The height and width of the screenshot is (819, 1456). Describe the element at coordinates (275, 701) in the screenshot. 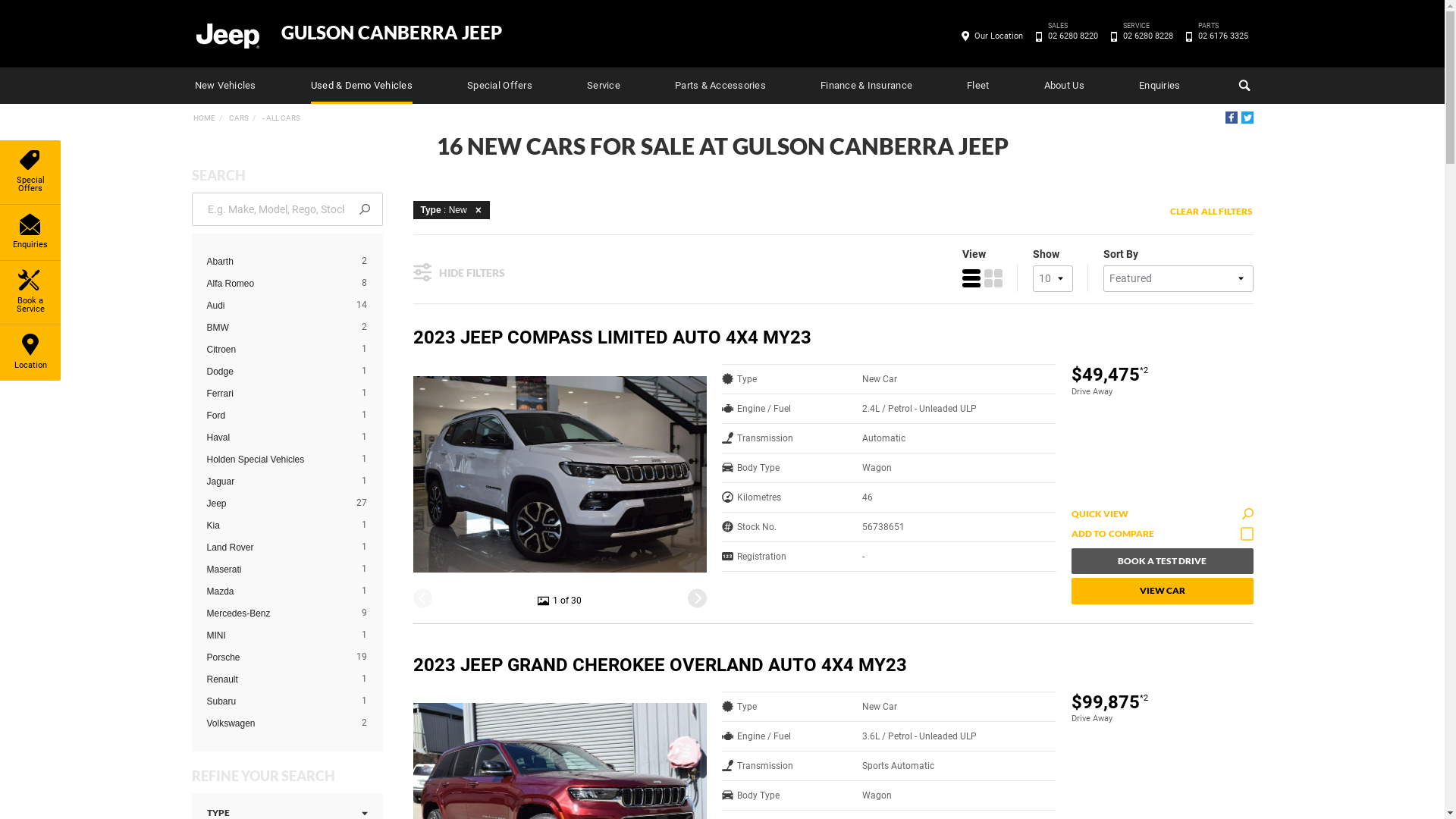

I see `'Subaru'` at that location.